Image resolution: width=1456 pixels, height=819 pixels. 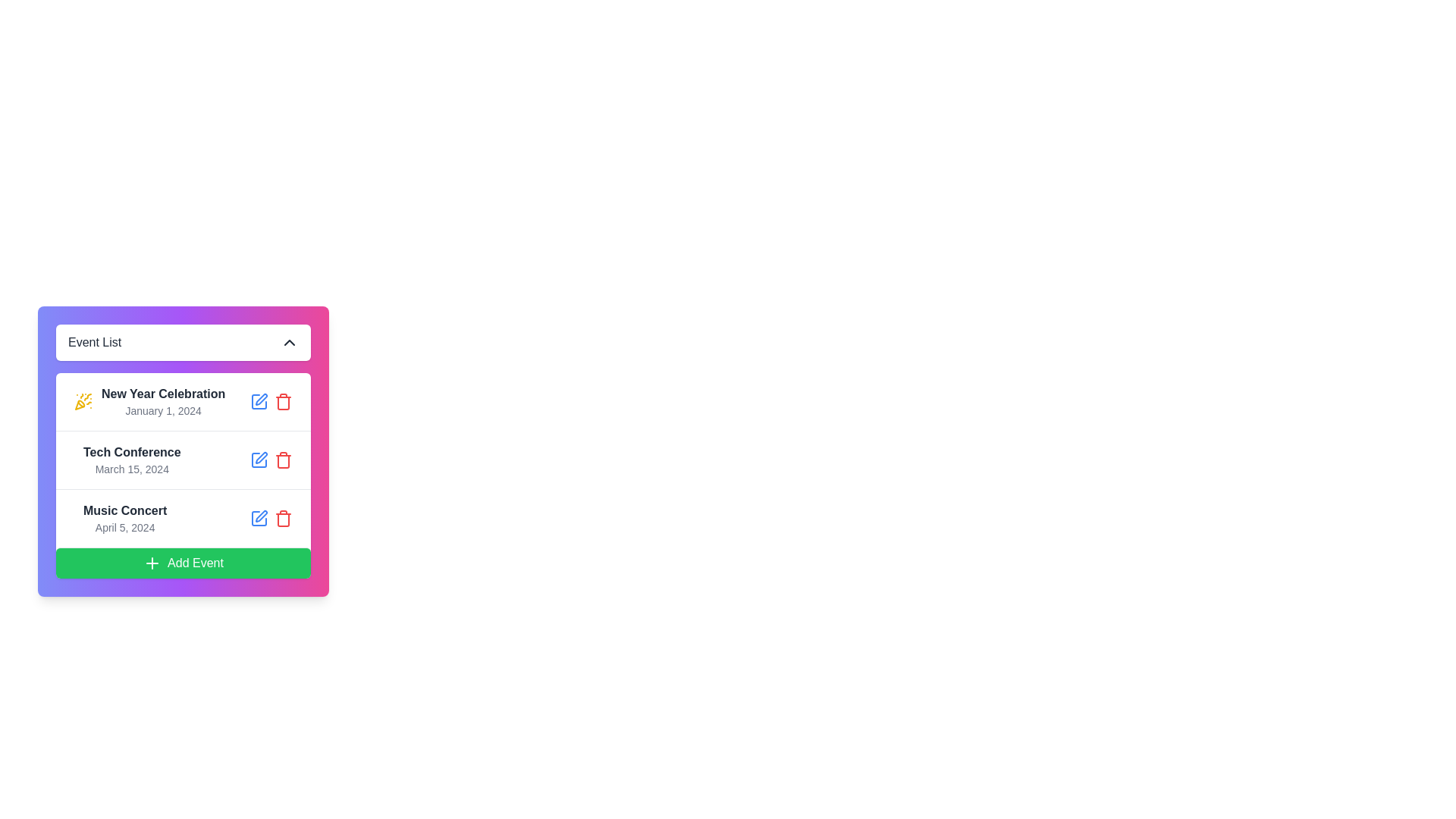 What do you see at coordinates (132, 459) in the screenshot?
I see `the 'Tech Conference' event text element in the card layout to interact with associated elements` at bounding box center [132, 459].